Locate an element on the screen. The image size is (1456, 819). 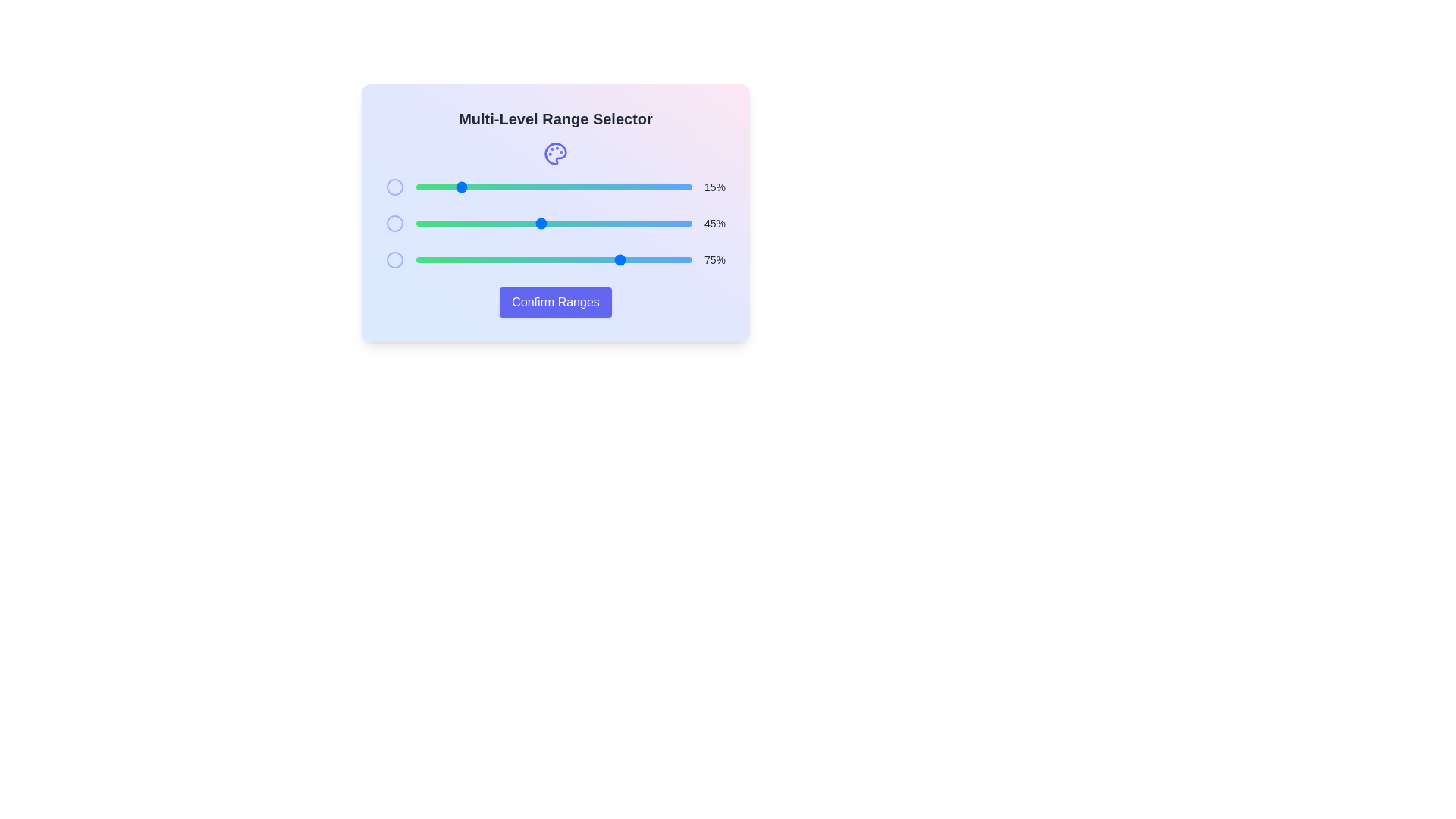
the 'Confirm Ranges' button to submit the selected ranges is located at coordinates (555, 302).